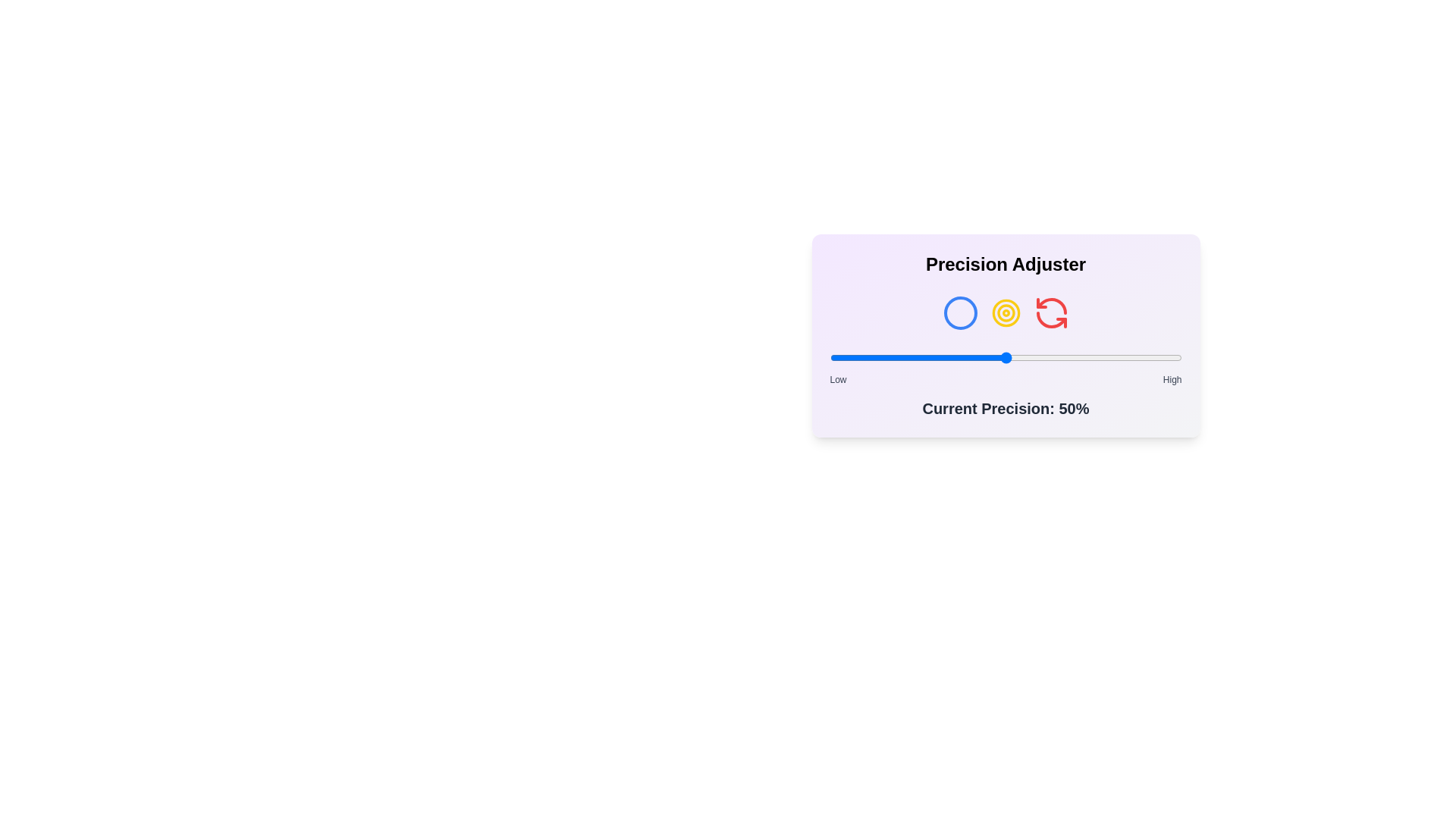 The image size is (1456, 819). What do you see at coordinates (1094, 357) in the screenshot?
I see `the precision slider to 75%` at bounding box center [1094, 357].